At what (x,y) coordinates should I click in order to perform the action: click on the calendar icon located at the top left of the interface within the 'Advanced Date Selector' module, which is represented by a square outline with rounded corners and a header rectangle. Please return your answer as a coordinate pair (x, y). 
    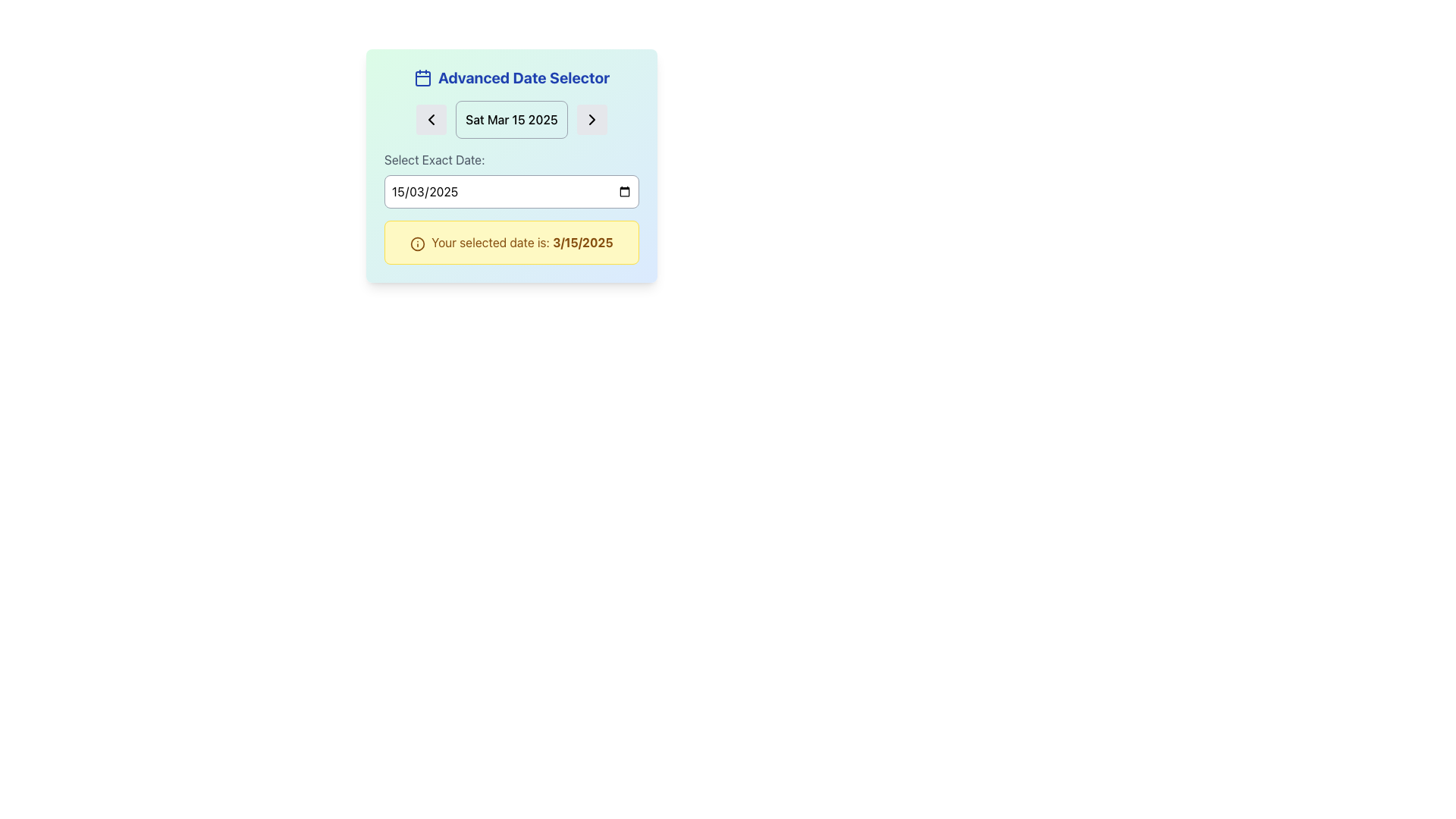
    Looking at the image, I should click on (422, 78).